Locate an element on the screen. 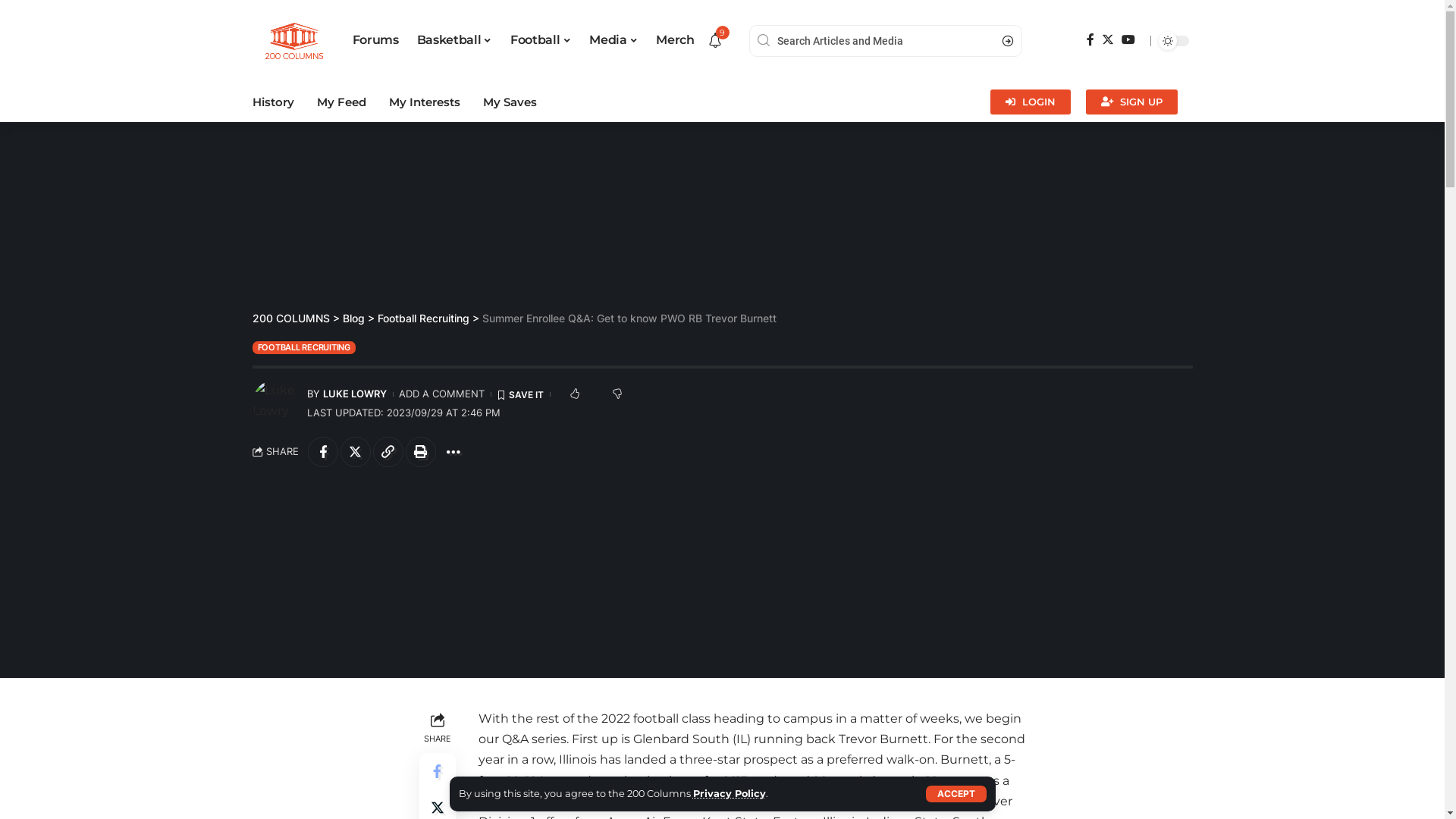 The height and width of the screenshot is (819, 1456). 'Basketball' is located at coordinates (454, 40).